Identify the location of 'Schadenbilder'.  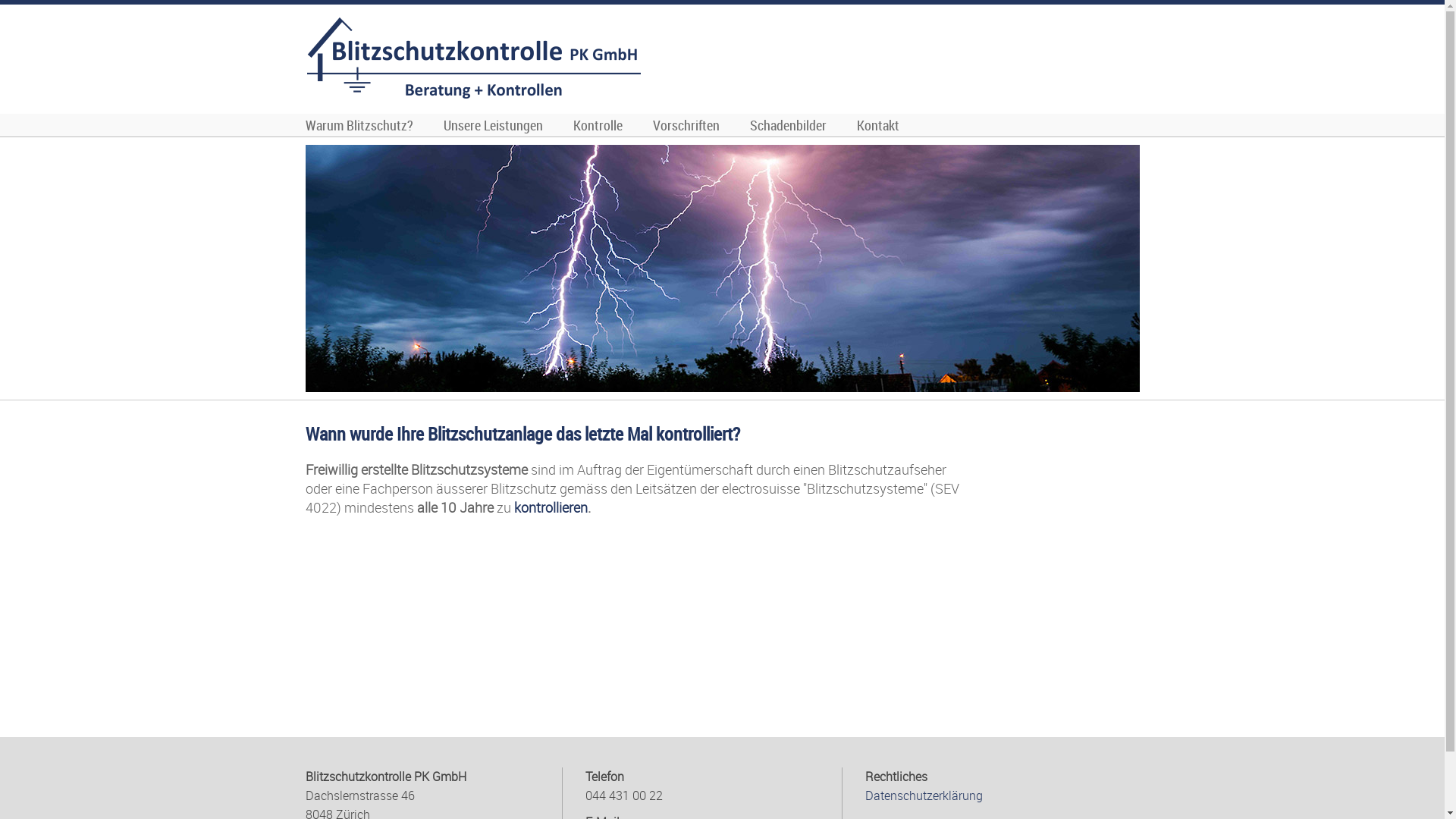
(787, 124).